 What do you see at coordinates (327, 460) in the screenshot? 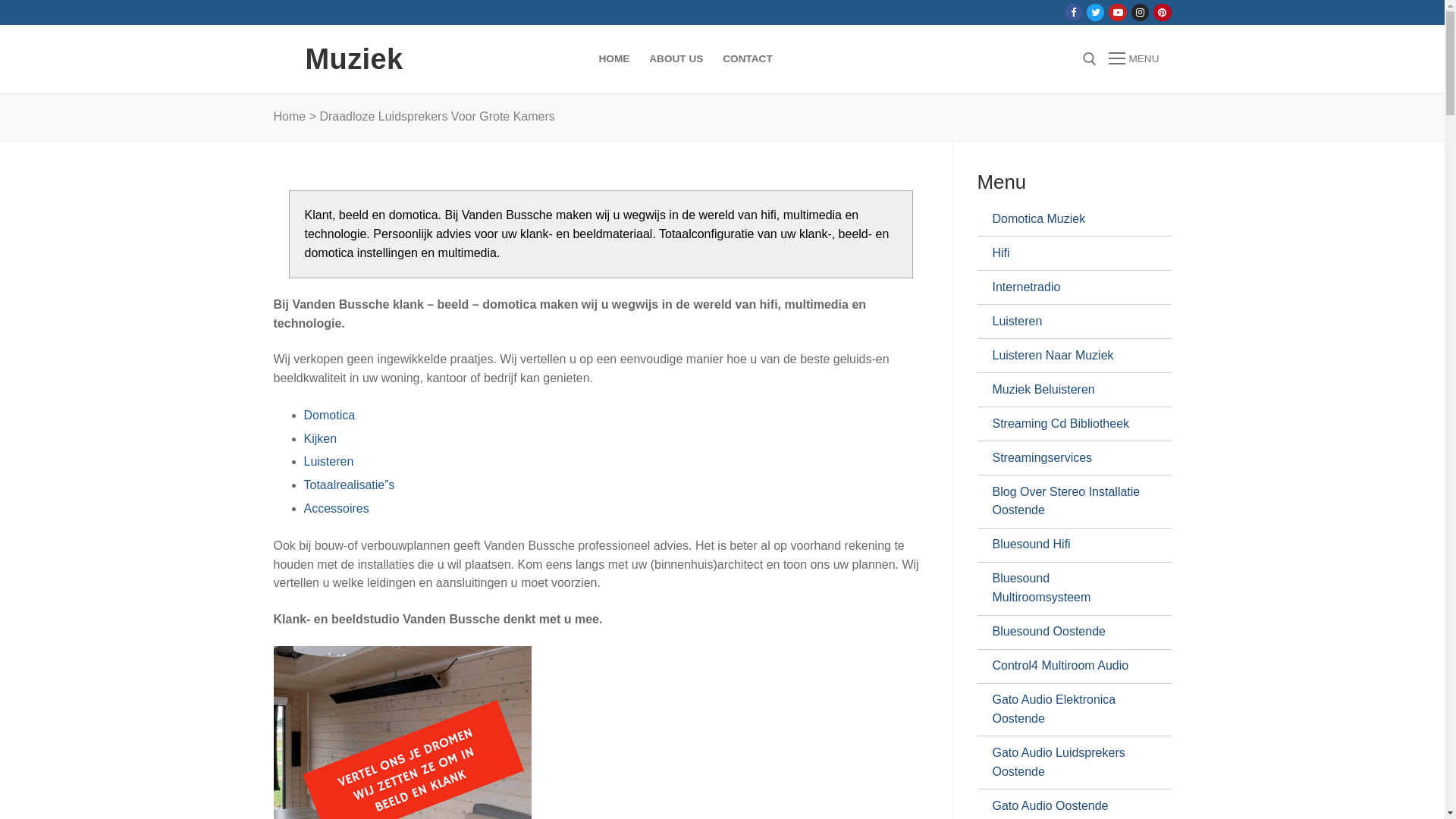
I see `'Luisteren'` at bounding box center [327, 460].